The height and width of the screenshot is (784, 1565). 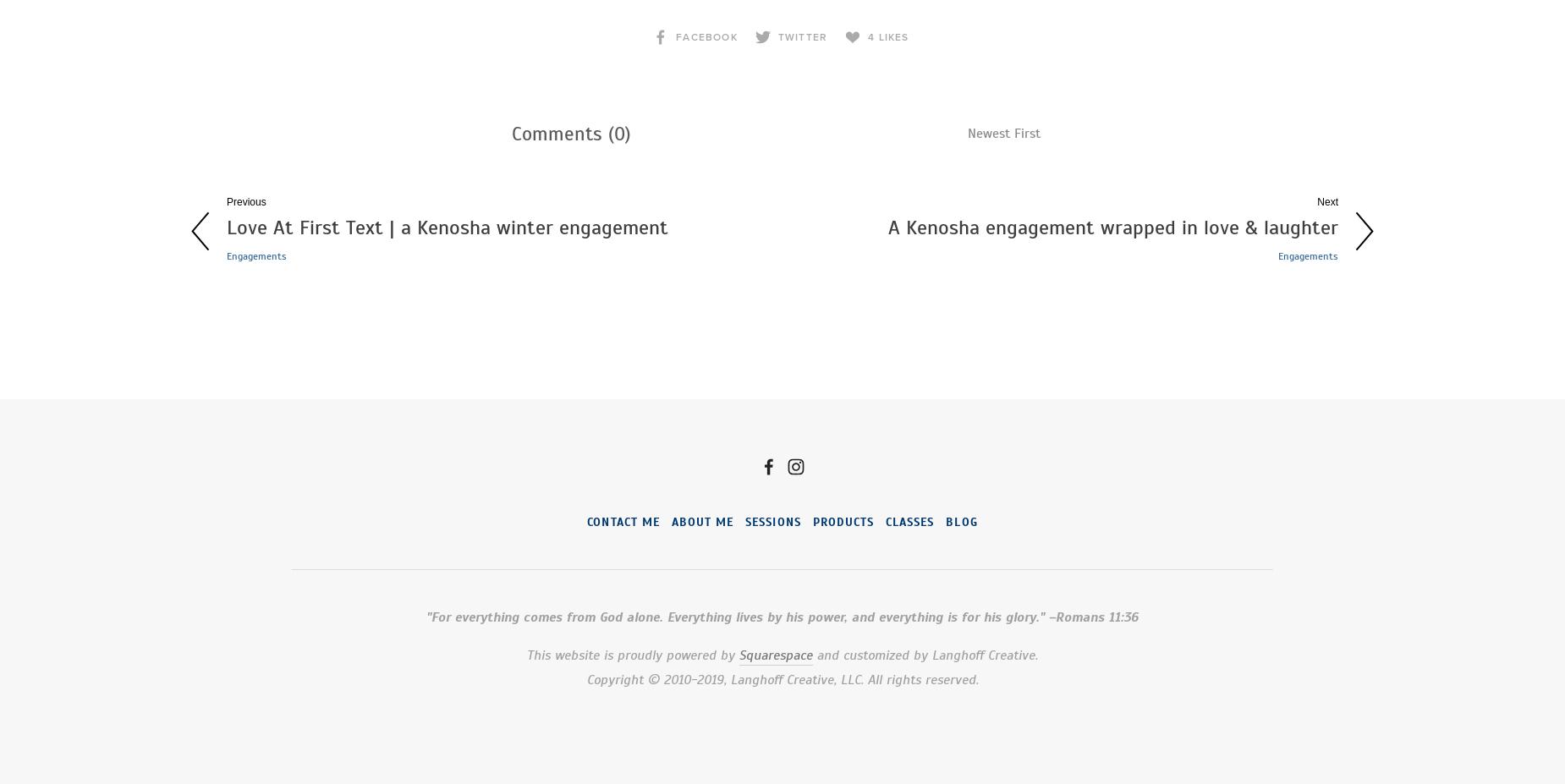 I want to click on 'Comments (0)', so click(x=571, y=133).